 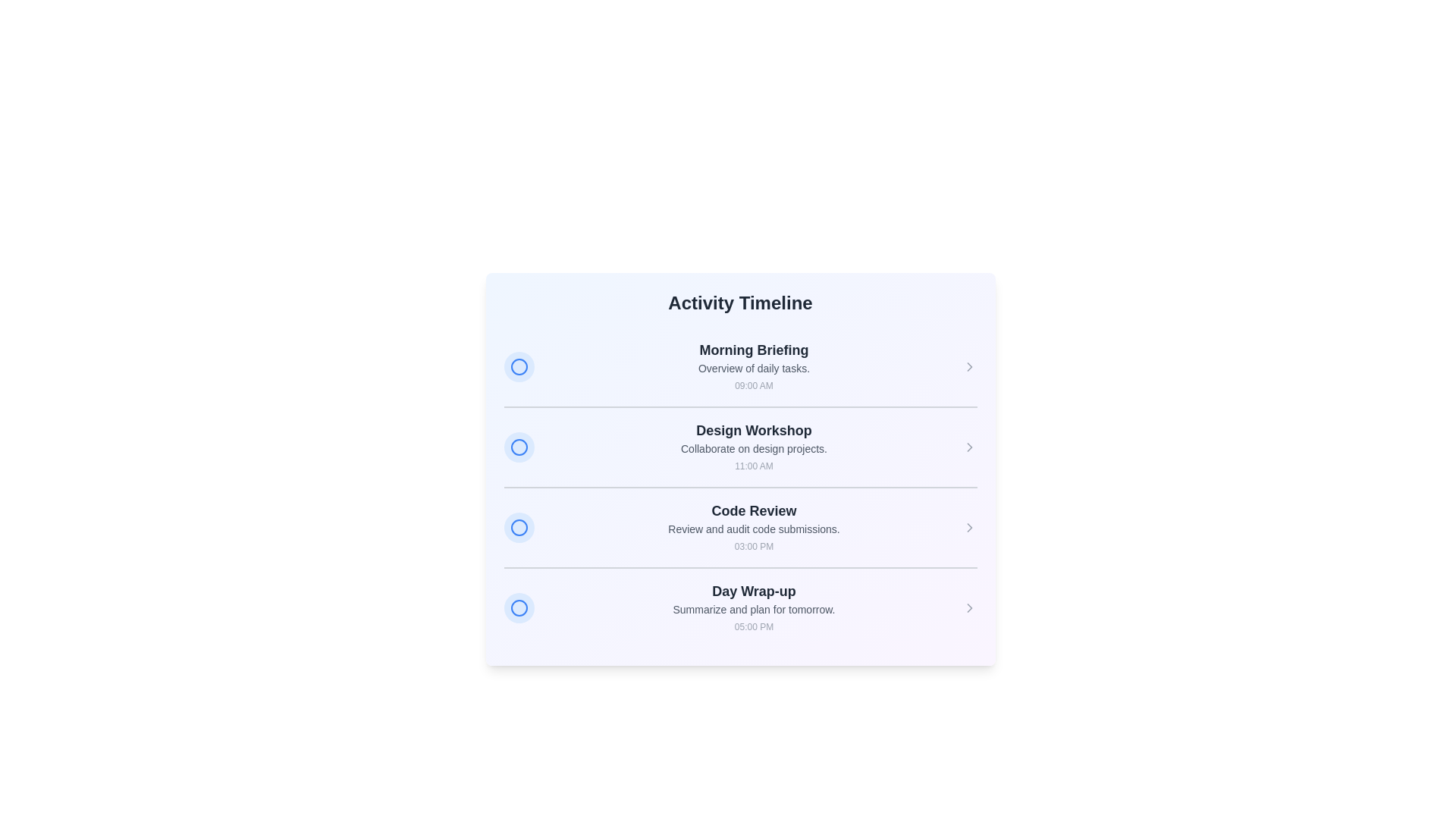 What do you see at coordinates (740, 366) in the screenshot?
I see `the first item in the 'Activity Timeline' list representing the 'Morning Briefing' task` at bounding box center [740, 366].